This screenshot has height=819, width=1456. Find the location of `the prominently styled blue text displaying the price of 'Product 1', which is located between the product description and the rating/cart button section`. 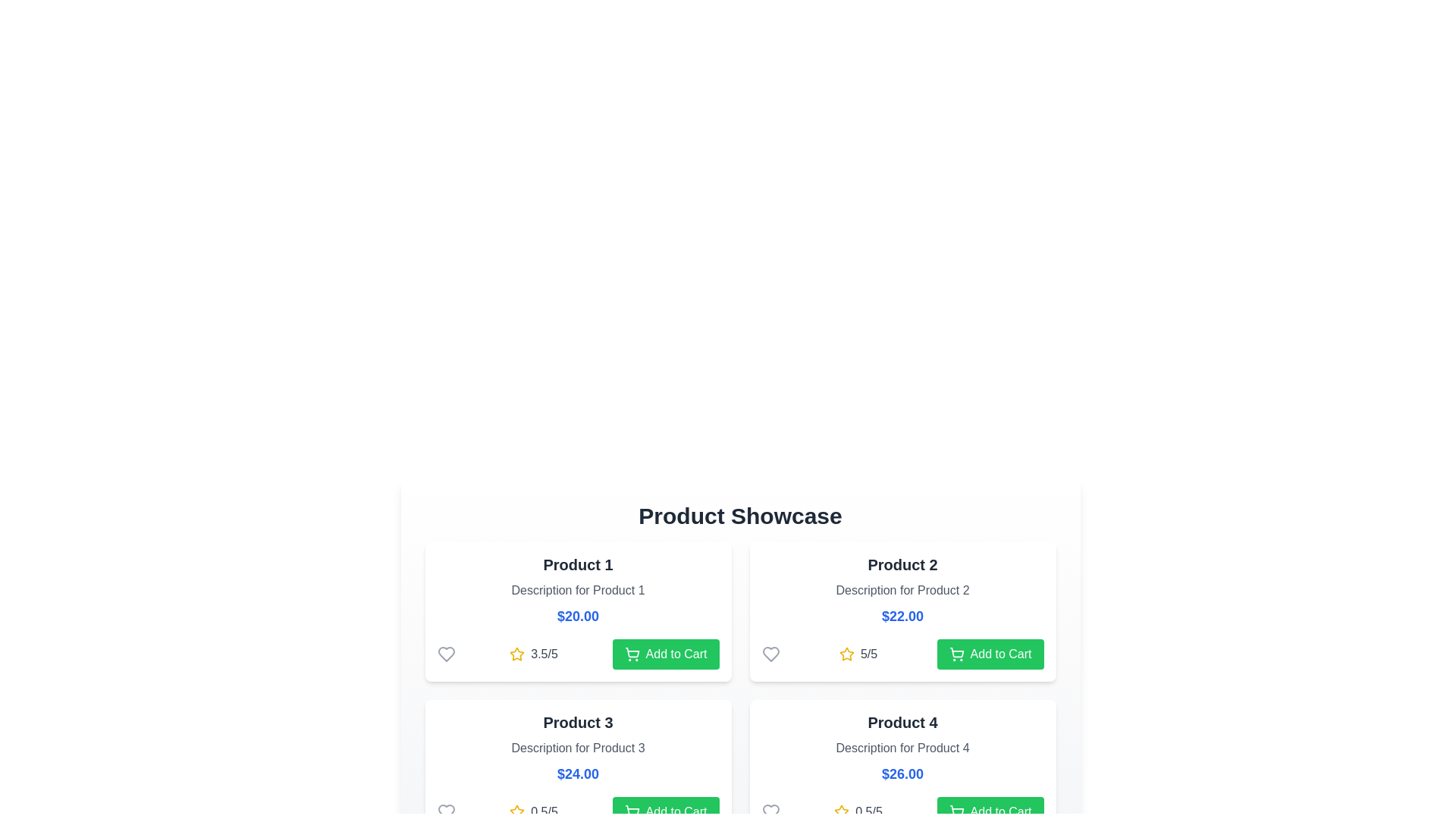

the prominently styled blue text displaying the price of 'Product 1', which is located between the product description and the rating/cart button section is located at coordinates (577, 617).